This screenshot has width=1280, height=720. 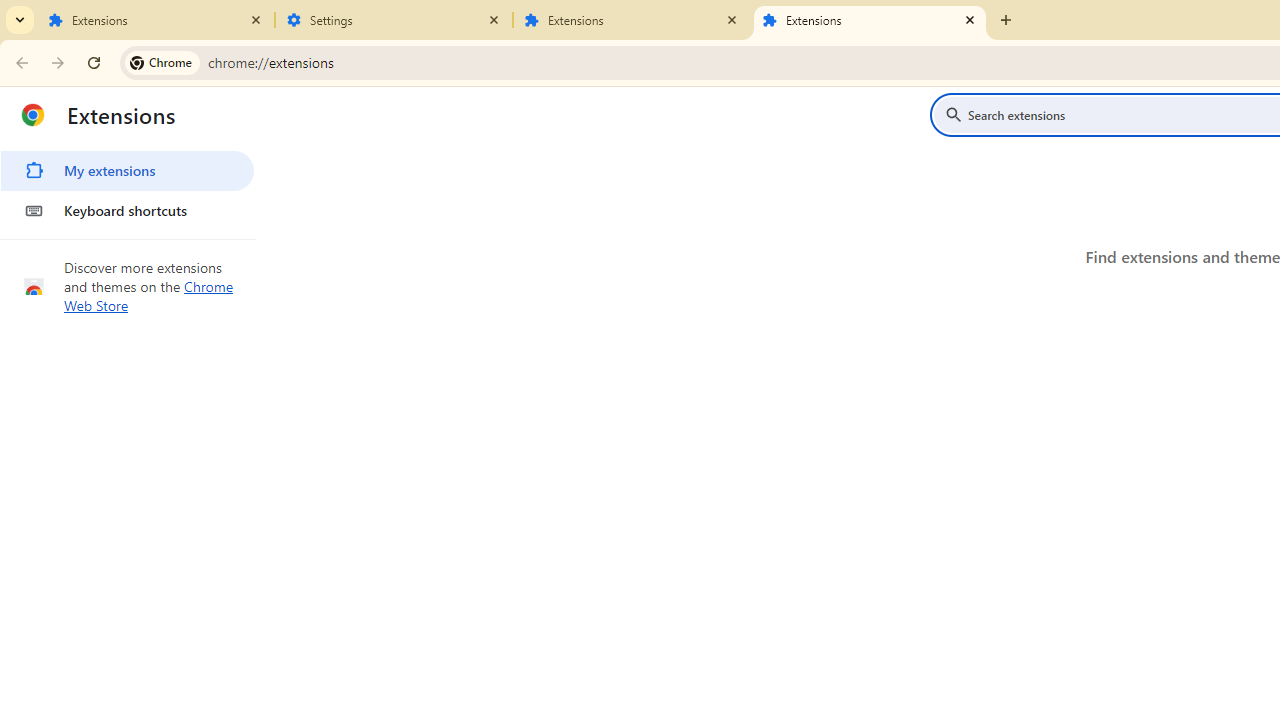 What do you see at coordinates (394, 20) in the screenshot?
I see `'Settings'` at bounding box center [394, 20].